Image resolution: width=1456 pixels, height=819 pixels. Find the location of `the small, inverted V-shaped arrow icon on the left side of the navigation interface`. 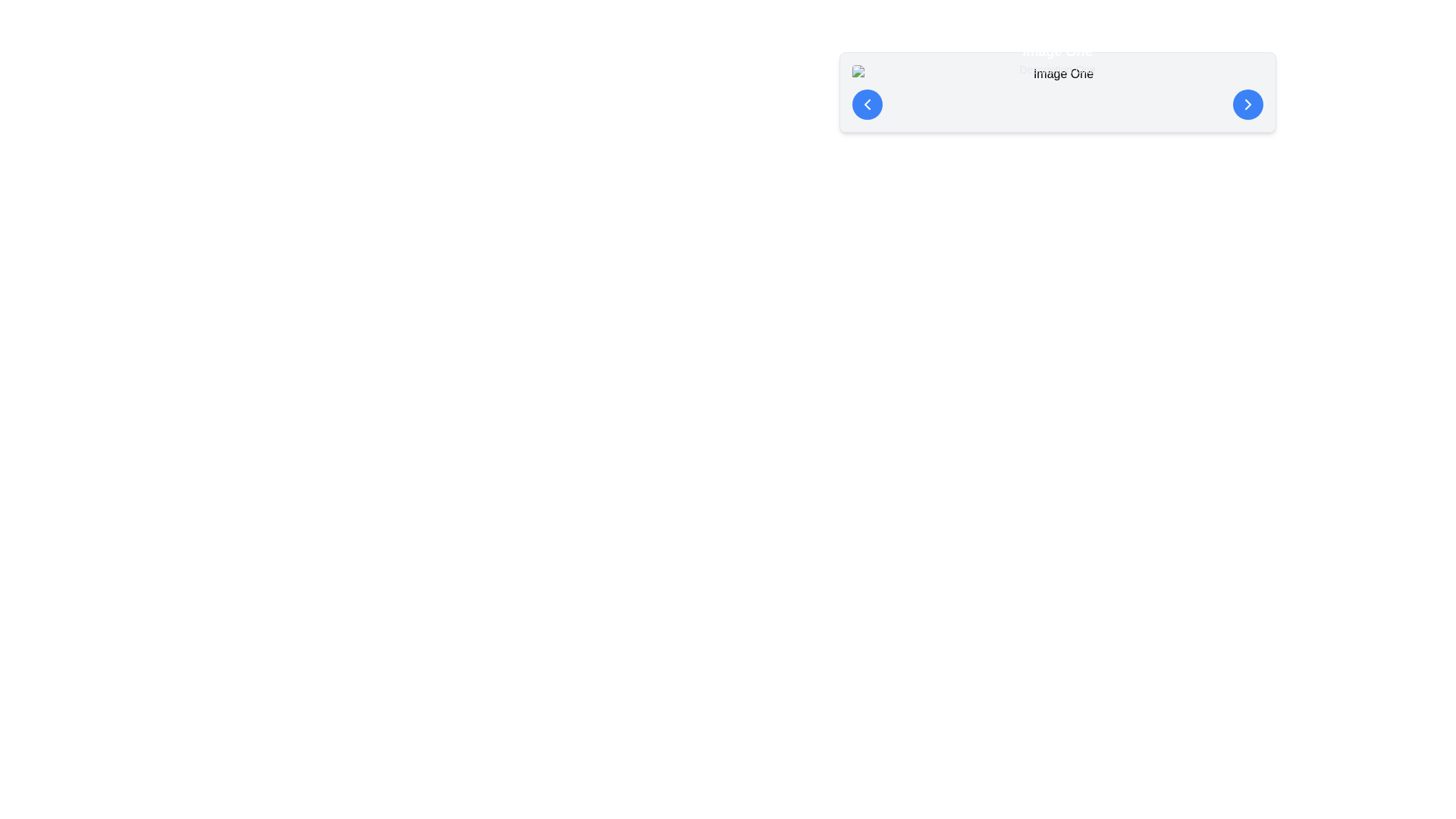

the small, inverted V-shaped arrow icon on the left side of the navigation interface is located at coordinates (867, 104).